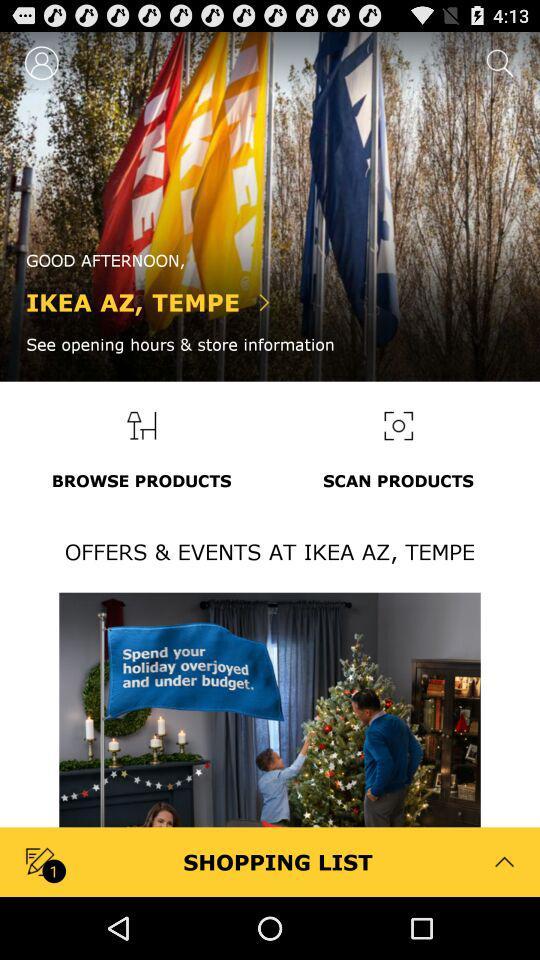 This screenshot has height=960, width=540. Describe the element at coordinates (140, 425) in the screenshot. I see `the icon which is above browse products` at that location.